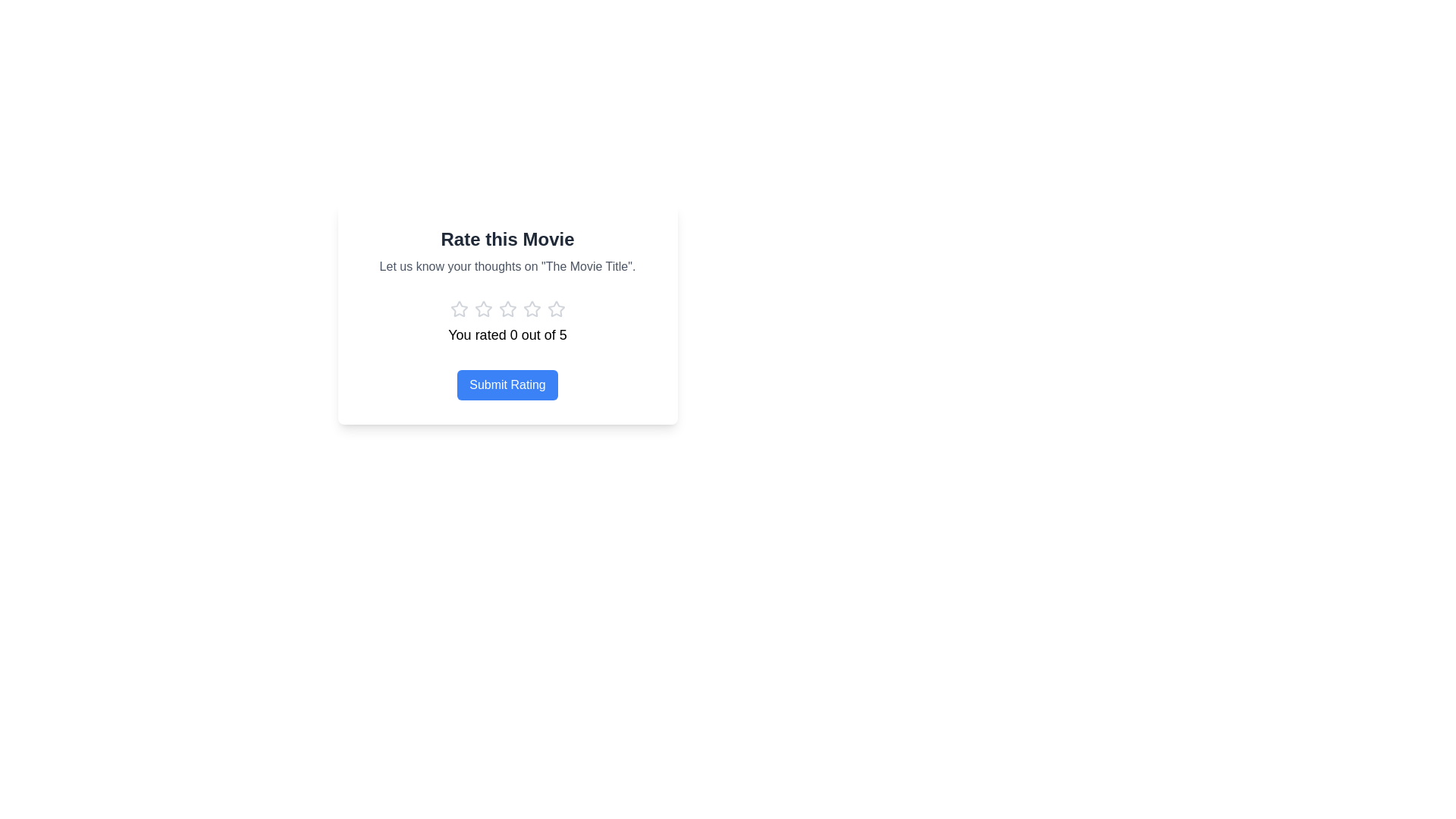 This screenshot has height=819, width=1456. I want to click on the third star in the interactive rating widget located below the 'Rate this Movie' text, so click(507, 309).